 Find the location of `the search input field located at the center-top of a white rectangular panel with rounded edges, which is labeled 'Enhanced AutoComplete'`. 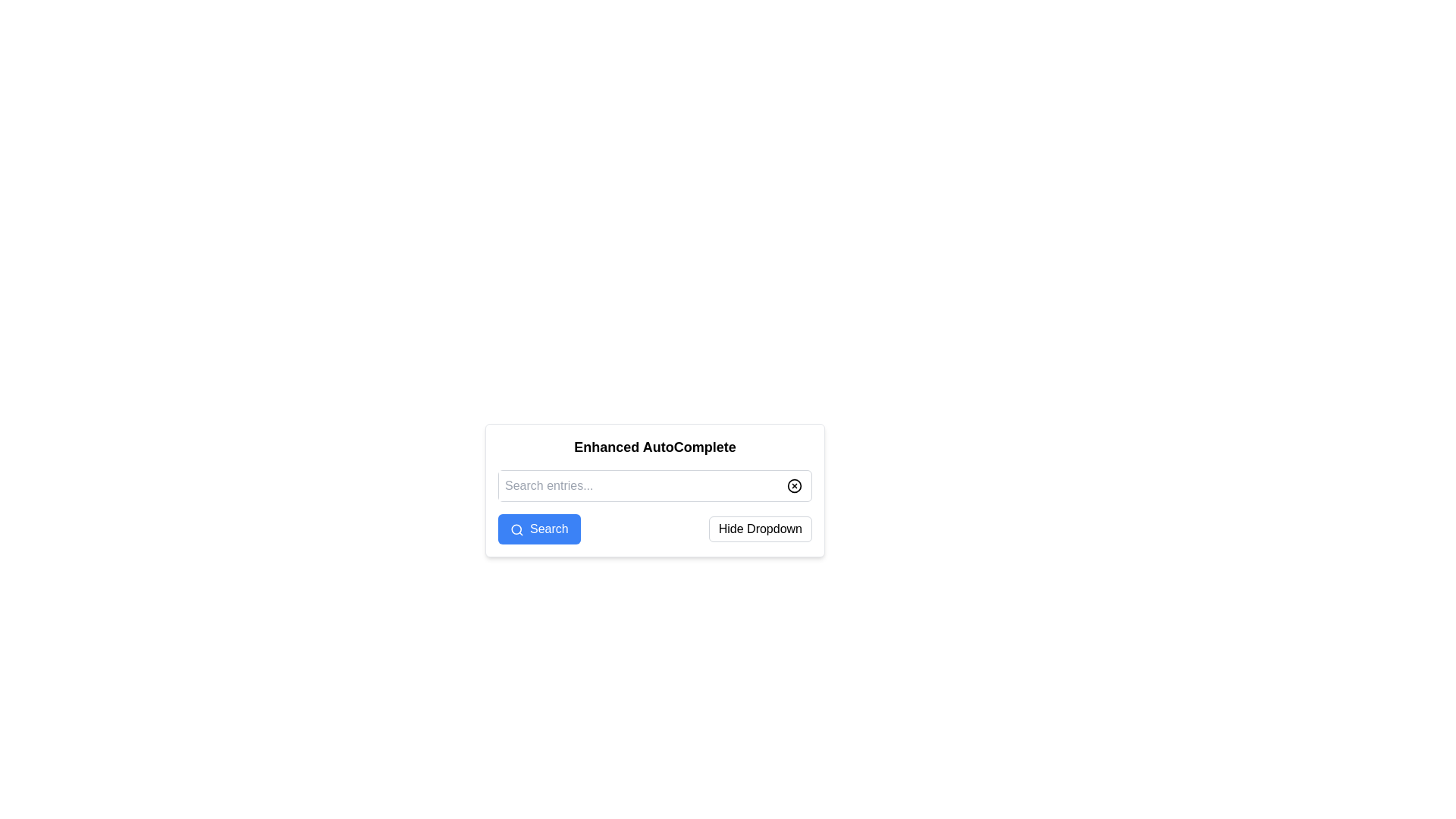

the search input field located at the center-top of a white rectangular panel with rounded edges, which is labeled 'Enhanced AutoComplete' is located at coordinates (655, 485).